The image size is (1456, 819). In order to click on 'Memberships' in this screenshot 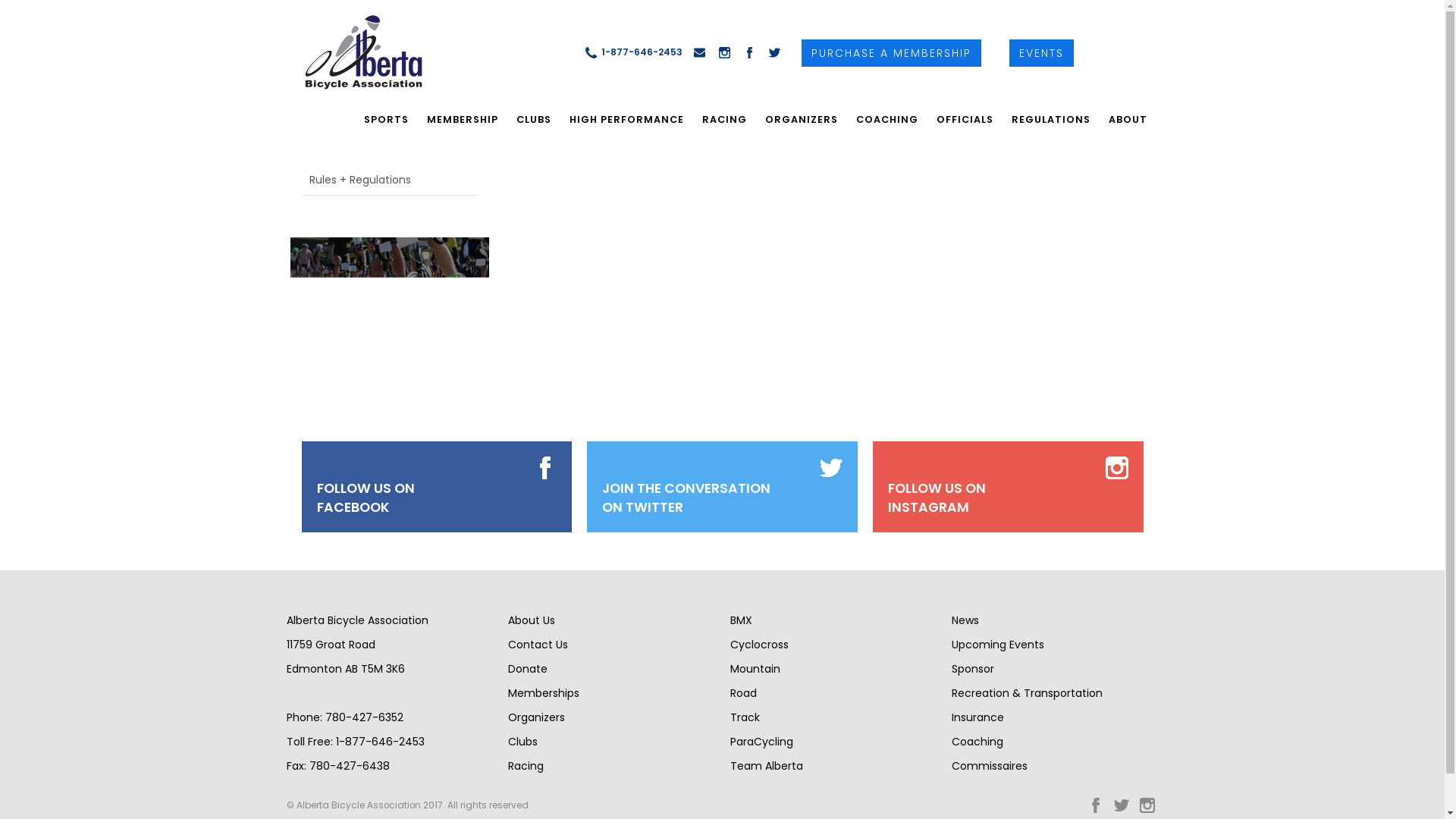, I will do `click(543, 693)`.